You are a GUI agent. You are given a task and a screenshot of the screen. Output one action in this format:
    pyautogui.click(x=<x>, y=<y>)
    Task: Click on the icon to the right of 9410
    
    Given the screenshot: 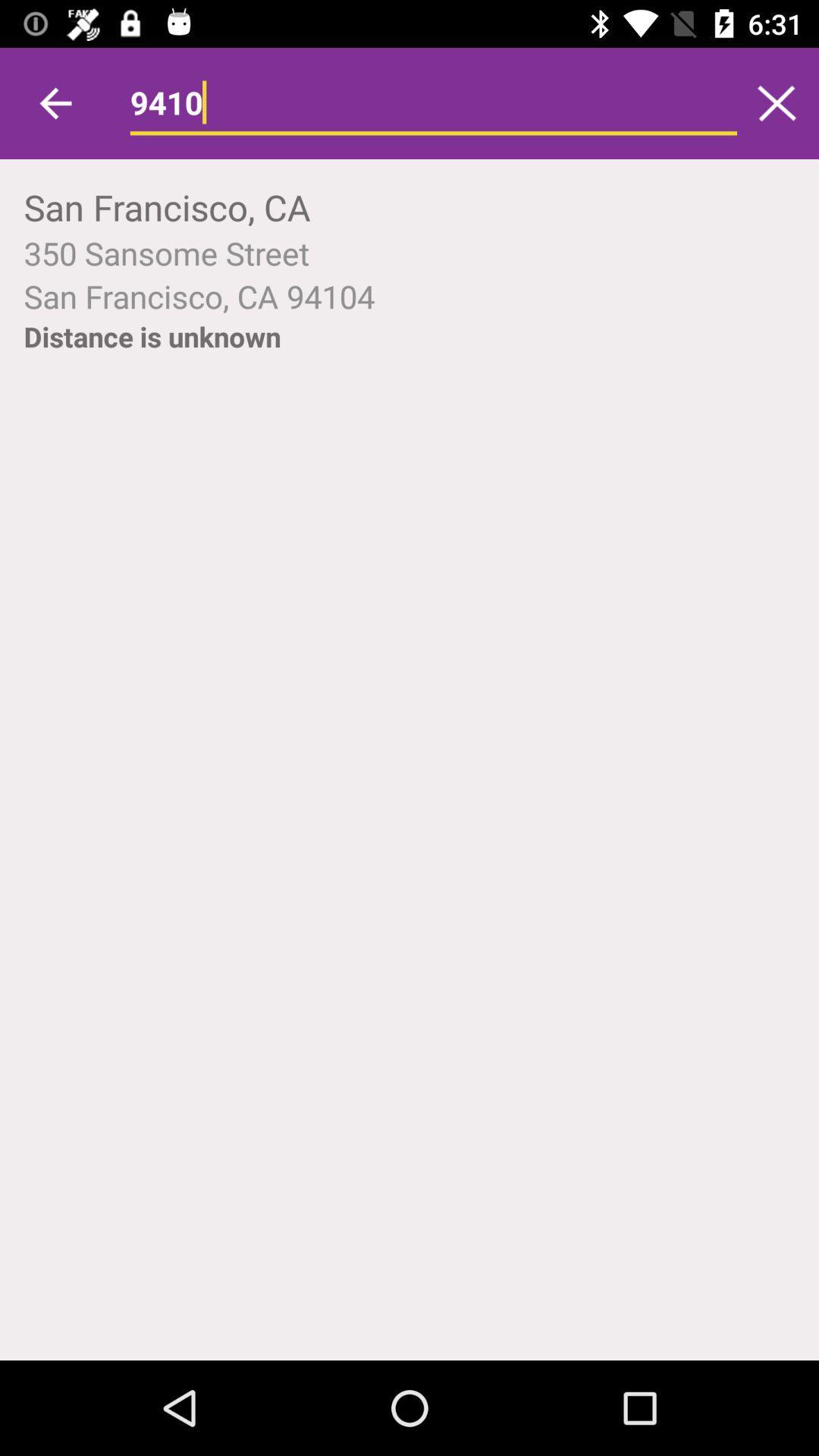 What is the action you would take?
    pyautogui.click(x=777, y=102)
    